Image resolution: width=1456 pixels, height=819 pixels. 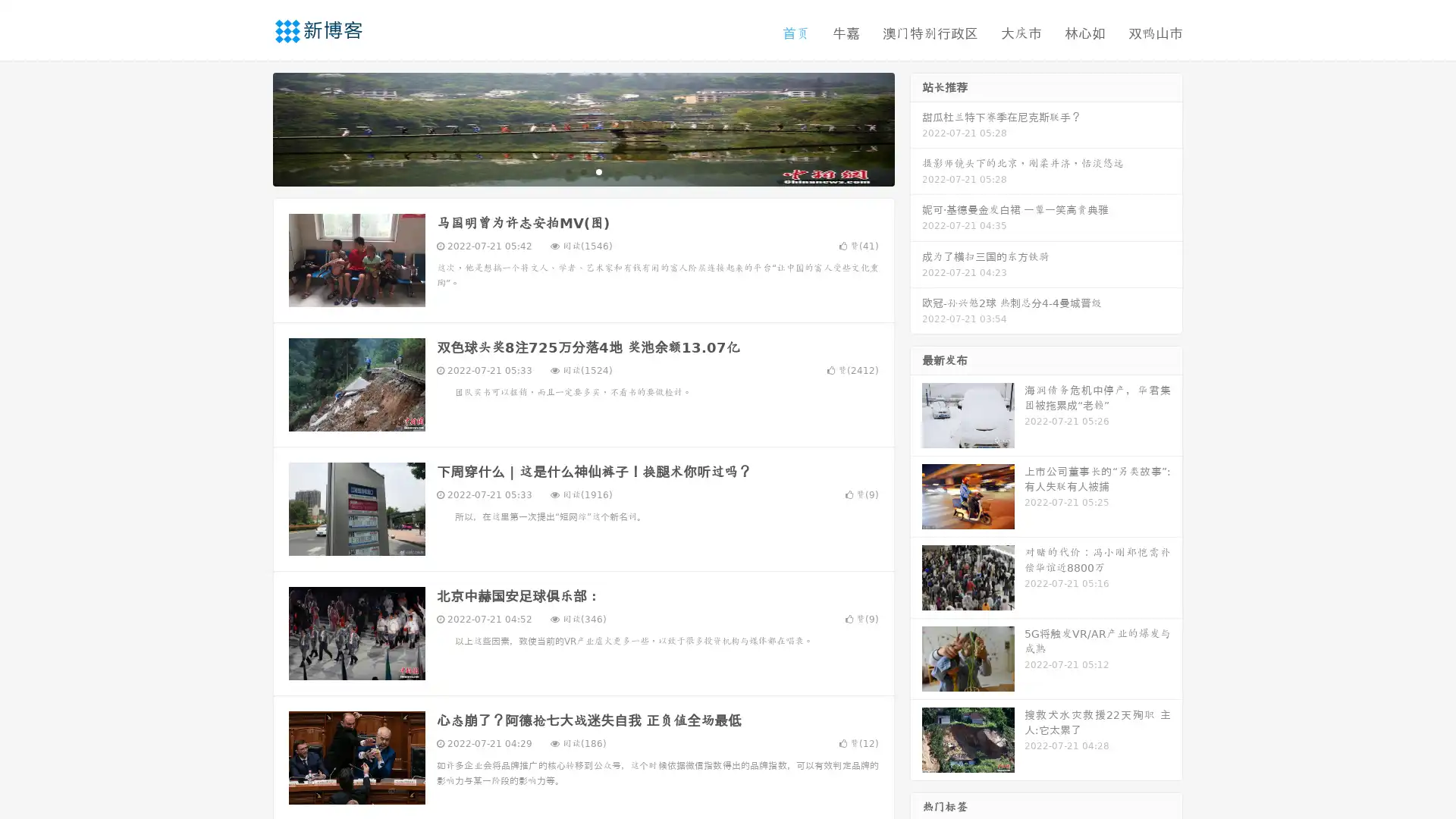 What do you see at coordinates (916, 127) in the screenshot?
I see `Next slide` at bounding box center [916, 127].